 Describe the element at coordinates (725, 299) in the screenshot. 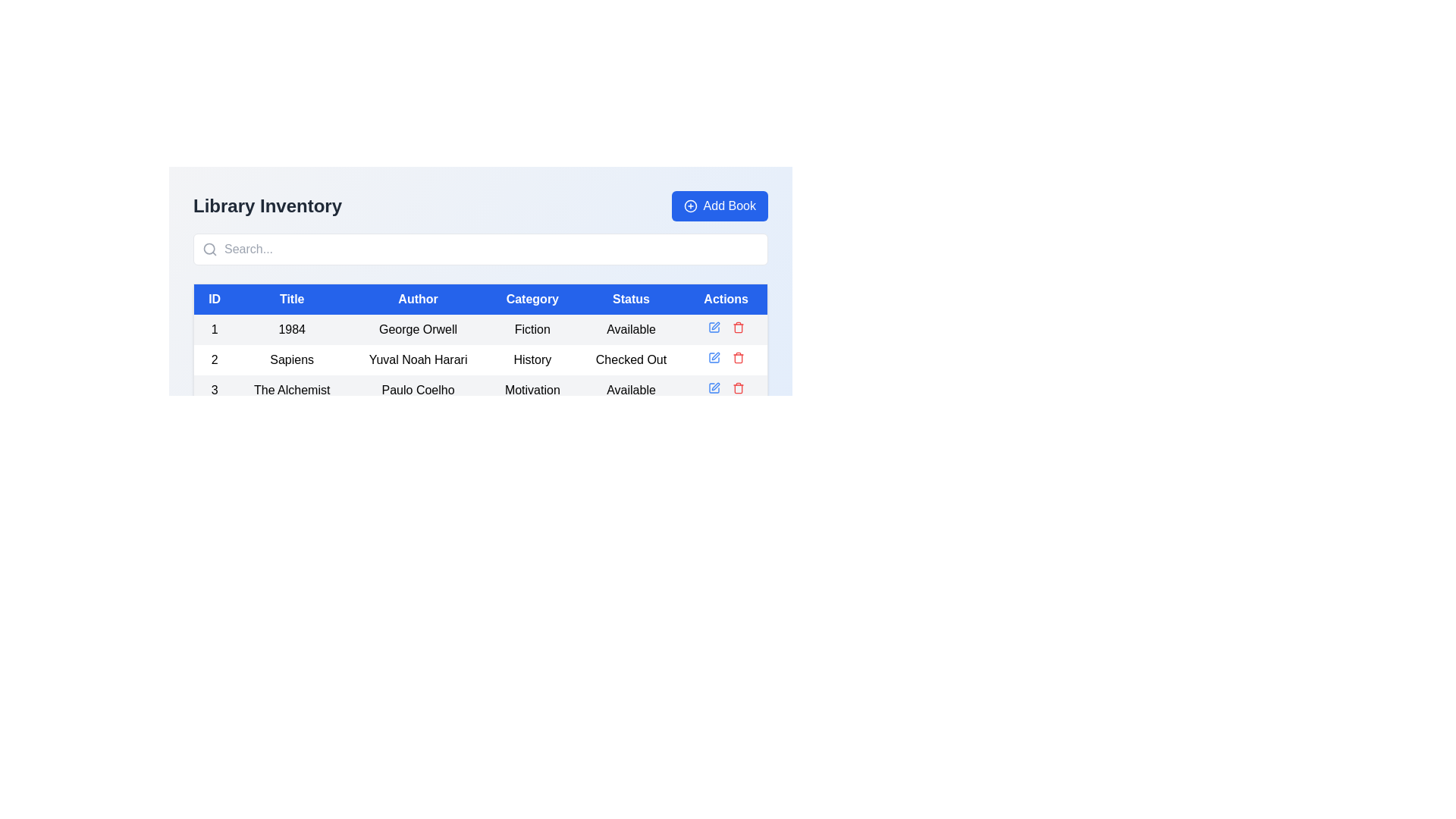

I see `text 'Actions' from the blue header cell that is the last in the row of the table, aligning with other headers like 'ID', 'Title', and 'Status'` at that location.